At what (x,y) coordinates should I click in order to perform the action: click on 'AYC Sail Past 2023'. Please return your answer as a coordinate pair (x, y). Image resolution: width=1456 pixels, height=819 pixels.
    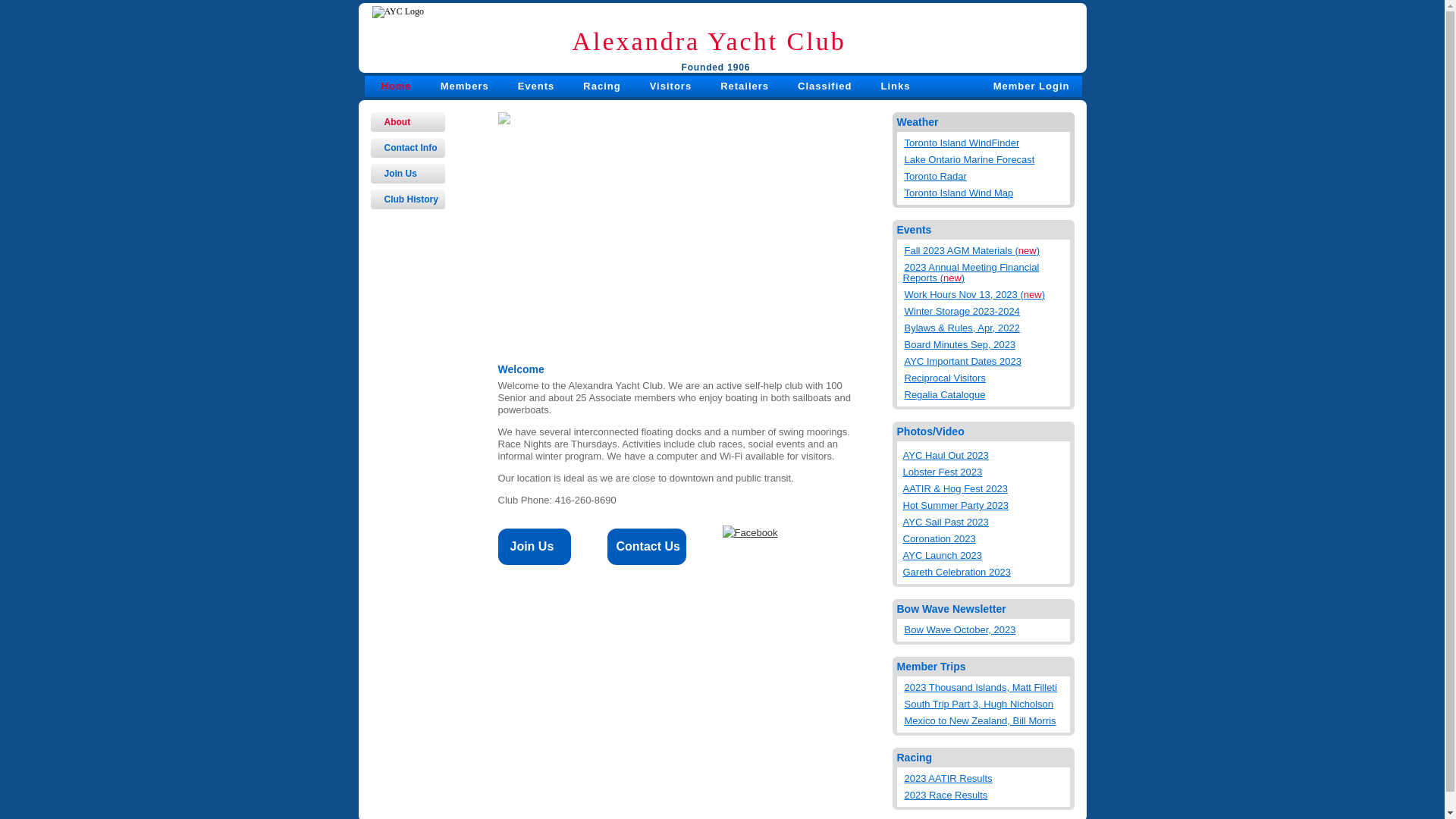
    Looking at the image, I should click on (984, 522).